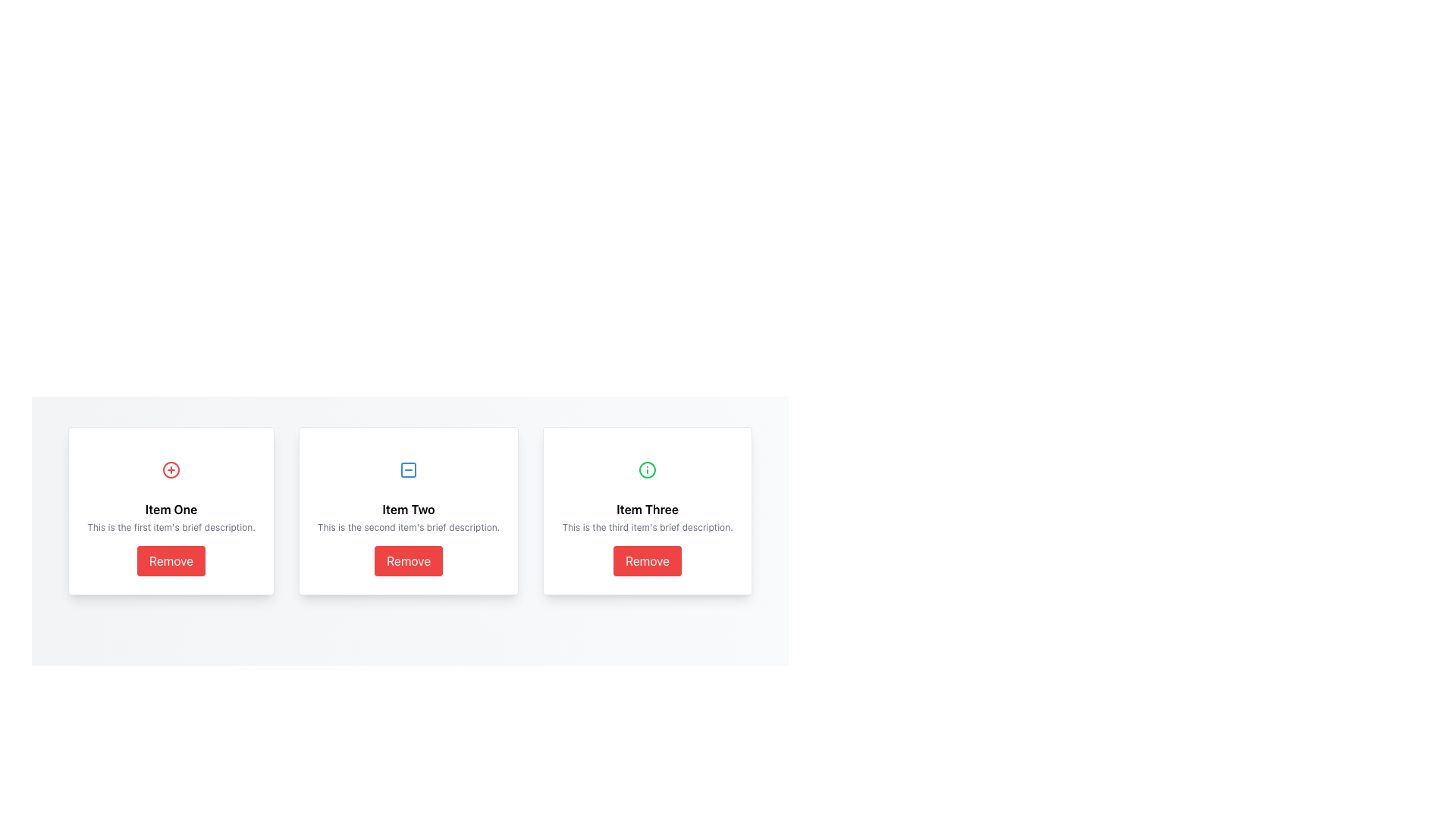 This screenshot has width=1456, height=819. What do you see at coordinates (648, 469) in the screenshot?
I see `the circular info icon with a green border and dot, located at the center-top of the 'Item Three' card` at bounding box center [648, 469].